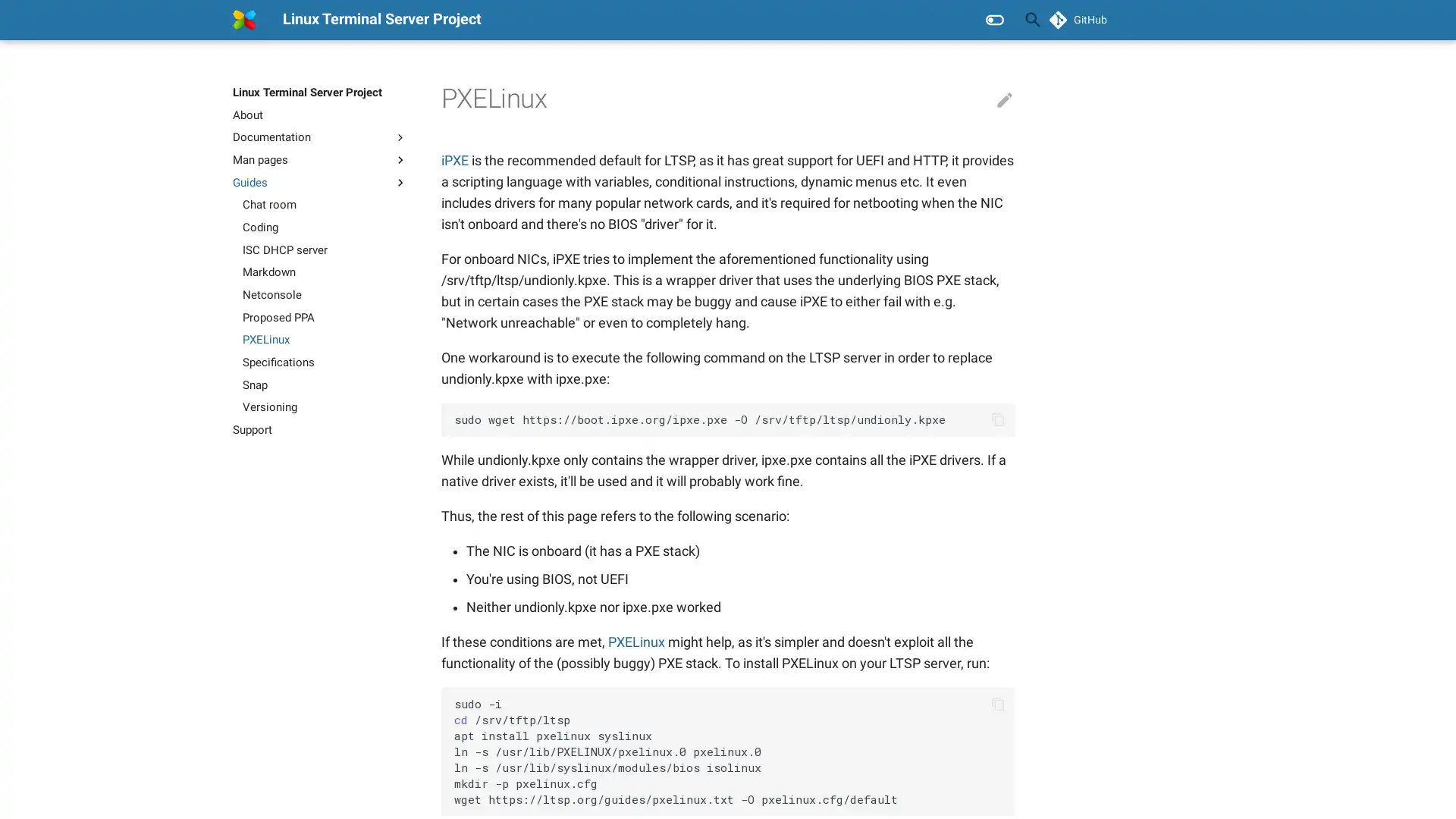 Image resolution: width=1456 pixels, height=819 pixels. What do you see at coordinates (996, 20) in the screenshot?
I see `Clear` at bounding box center [996, 20].